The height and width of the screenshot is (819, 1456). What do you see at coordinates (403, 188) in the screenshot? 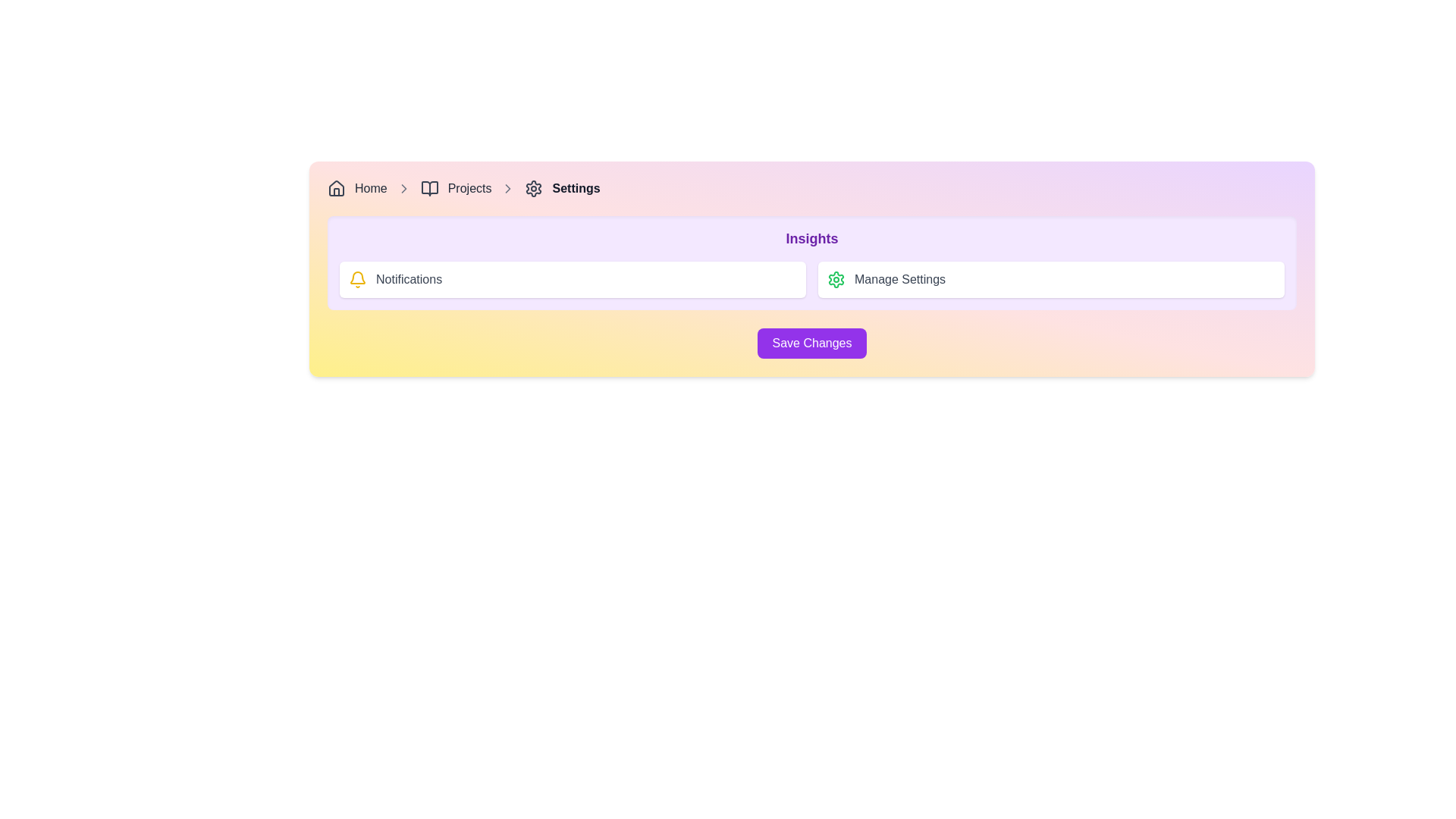
I see `the visual separator icon in the breadcrumb navigation bar located between the 'Home' and 'Projects' links` at bounding box center [403, 188].